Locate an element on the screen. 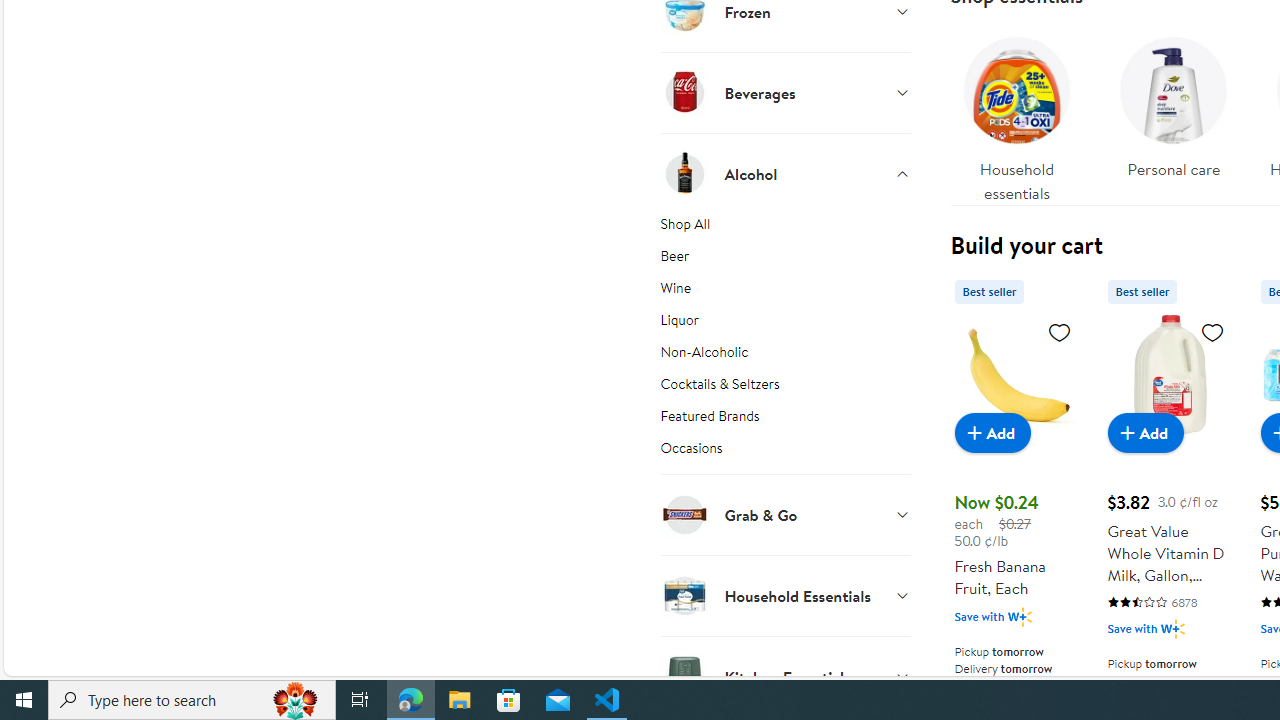  'Beer' is located at coordinates (784, 259).